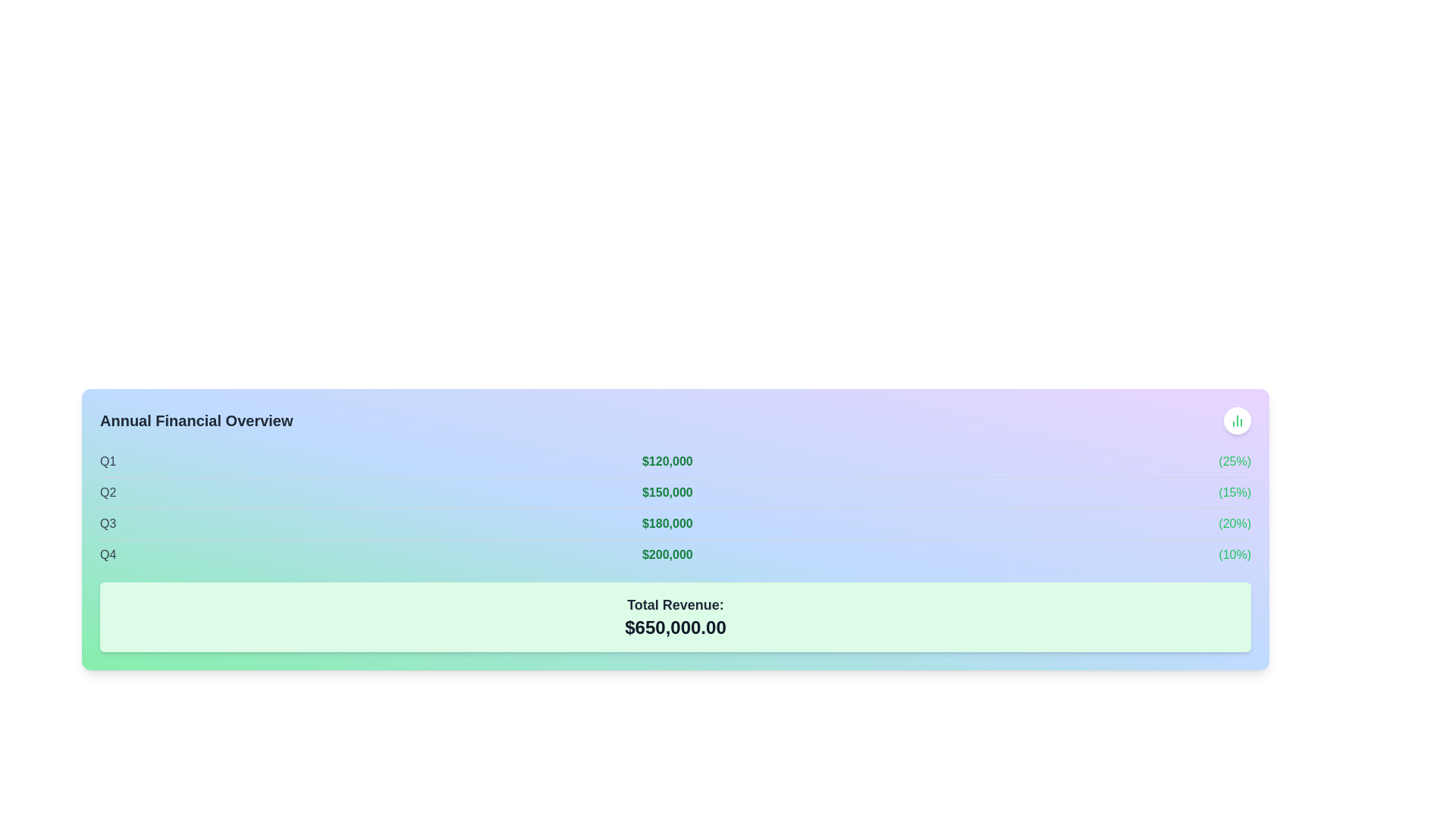  Describe the element at coordinates (667, 461) in the screenshot. I see `the revenue figure for the first quarter (Q1) which is located between the label 'Q1' and the percentage '(25%)'` at that location.